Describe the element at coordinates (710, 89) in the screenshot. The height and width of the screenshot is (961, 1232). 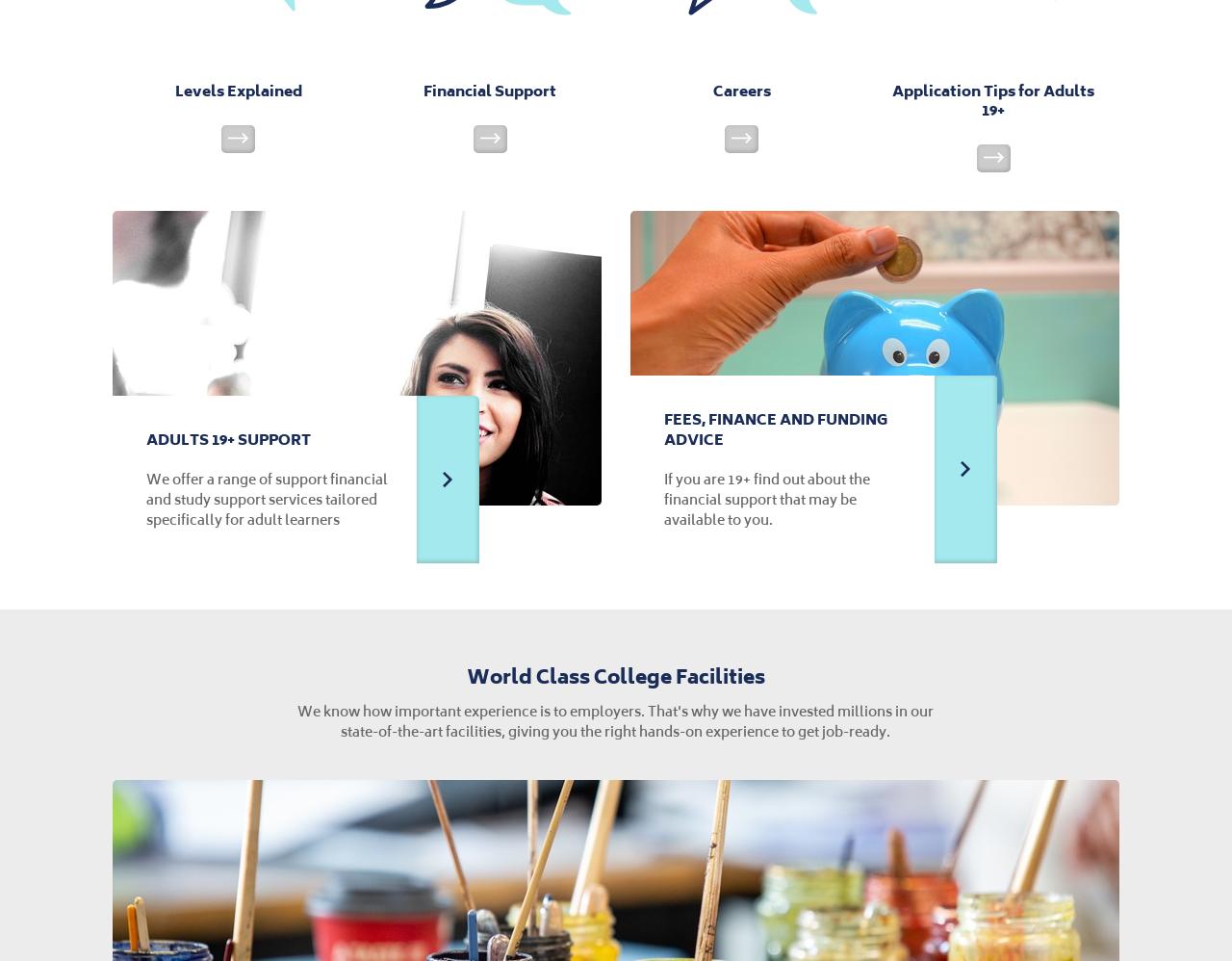
I see `'Careers'` at that location.